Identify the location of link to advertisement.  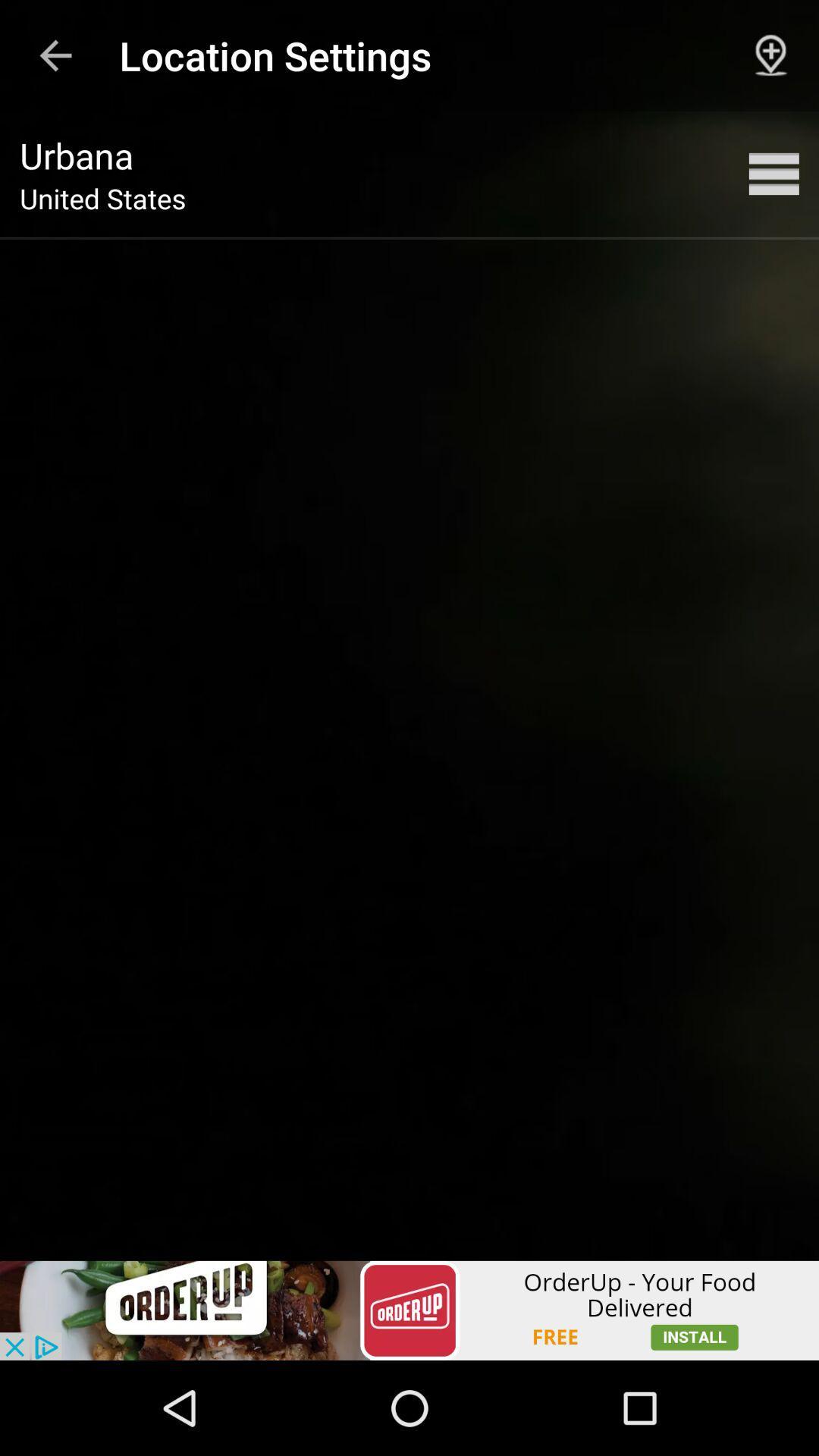
(409, 1310).